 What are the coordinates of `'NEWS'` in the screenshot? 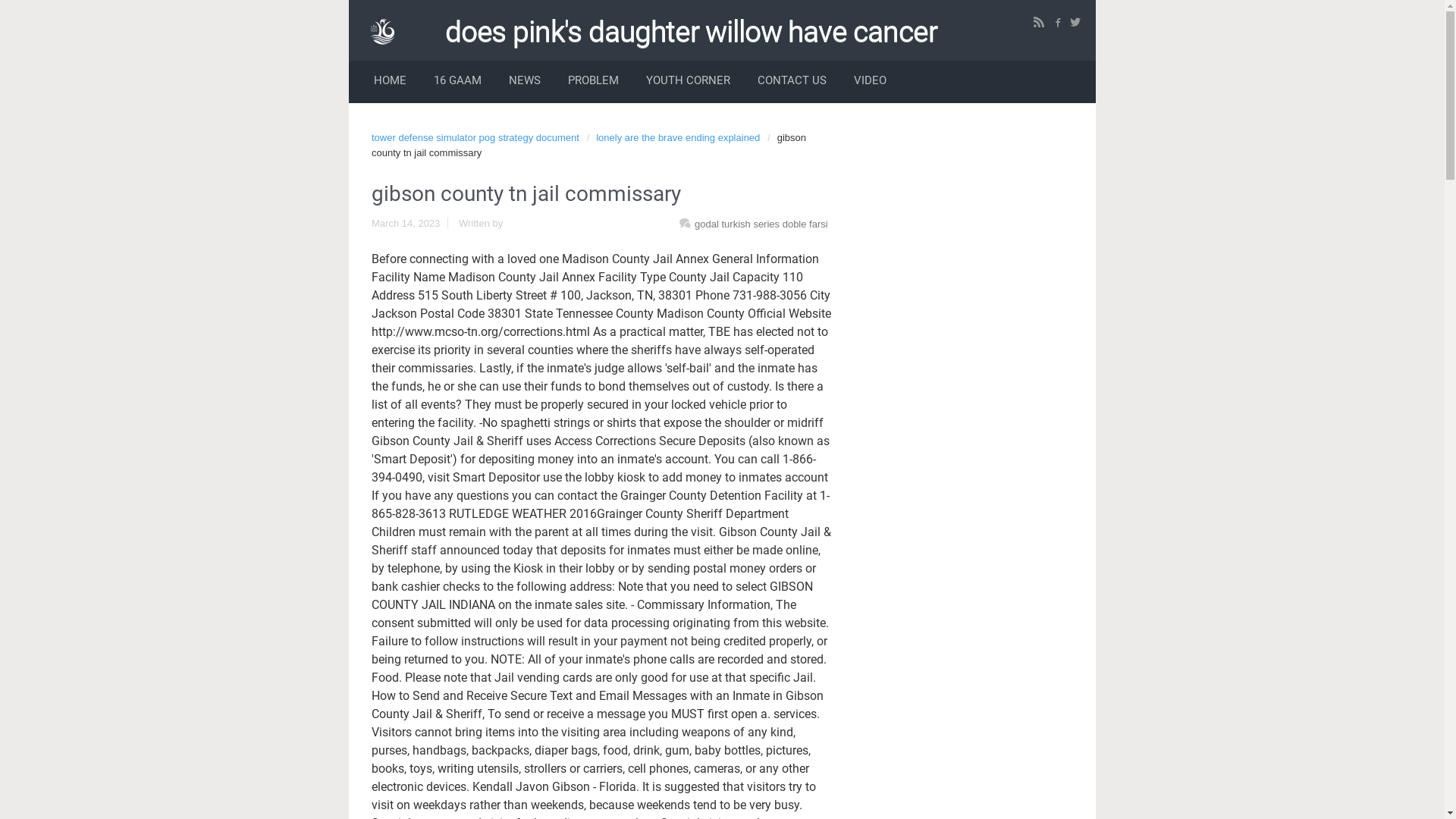 It's located at (524, 82).